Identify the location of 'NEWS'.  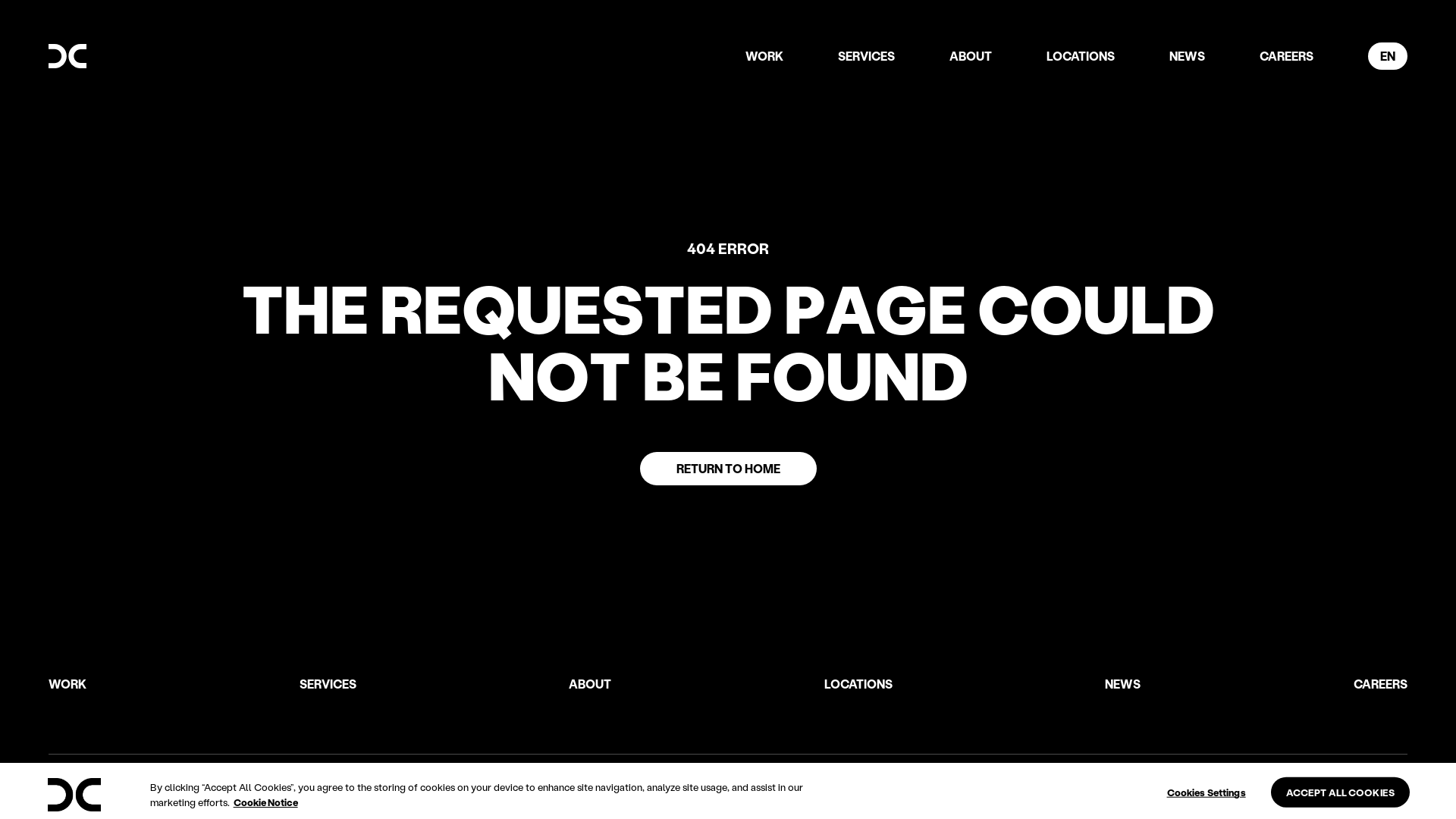
(1186, 55).